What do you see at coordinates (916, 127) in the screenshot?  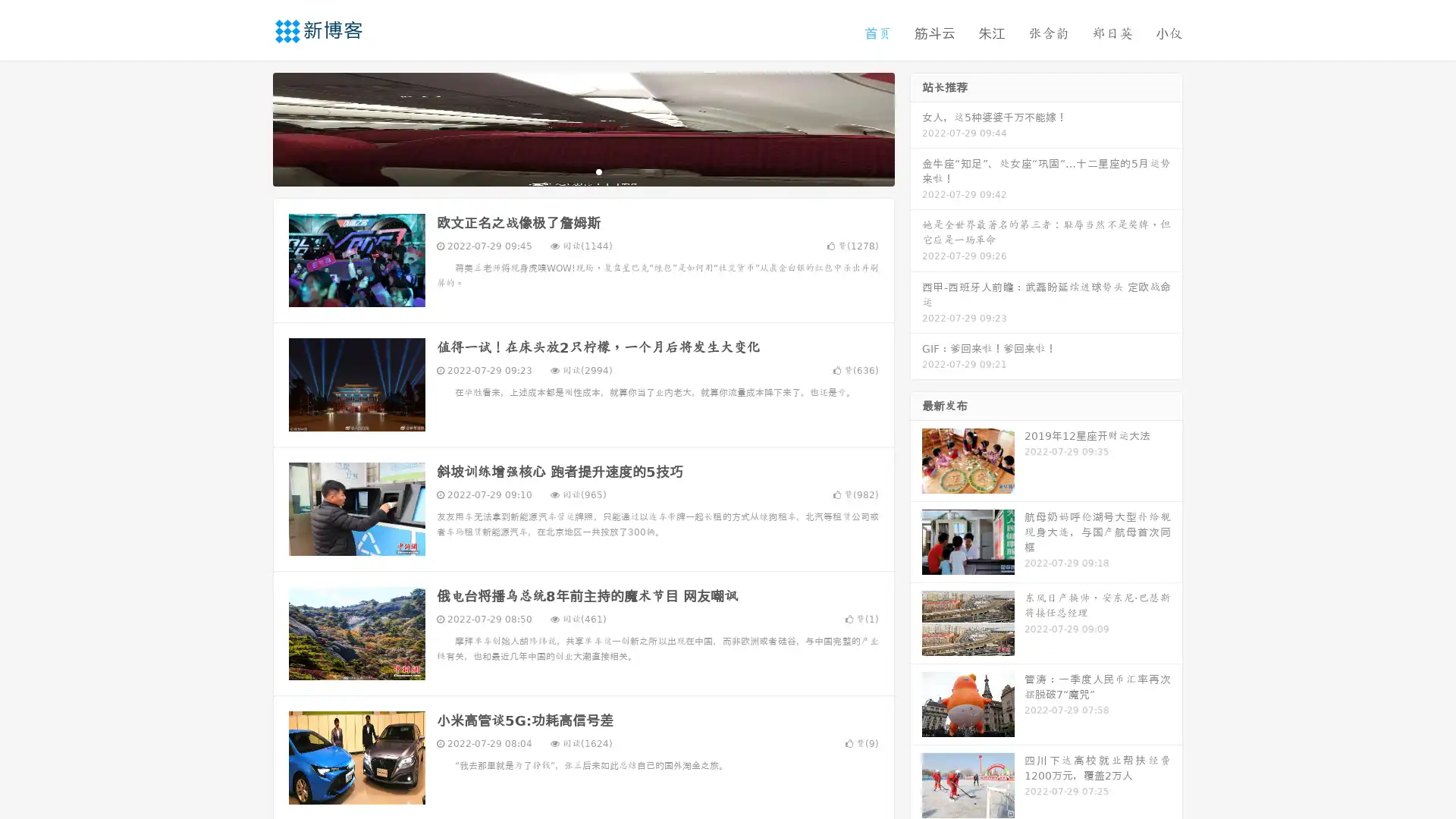 I see `Next slide` at bounding box center [916, 127].